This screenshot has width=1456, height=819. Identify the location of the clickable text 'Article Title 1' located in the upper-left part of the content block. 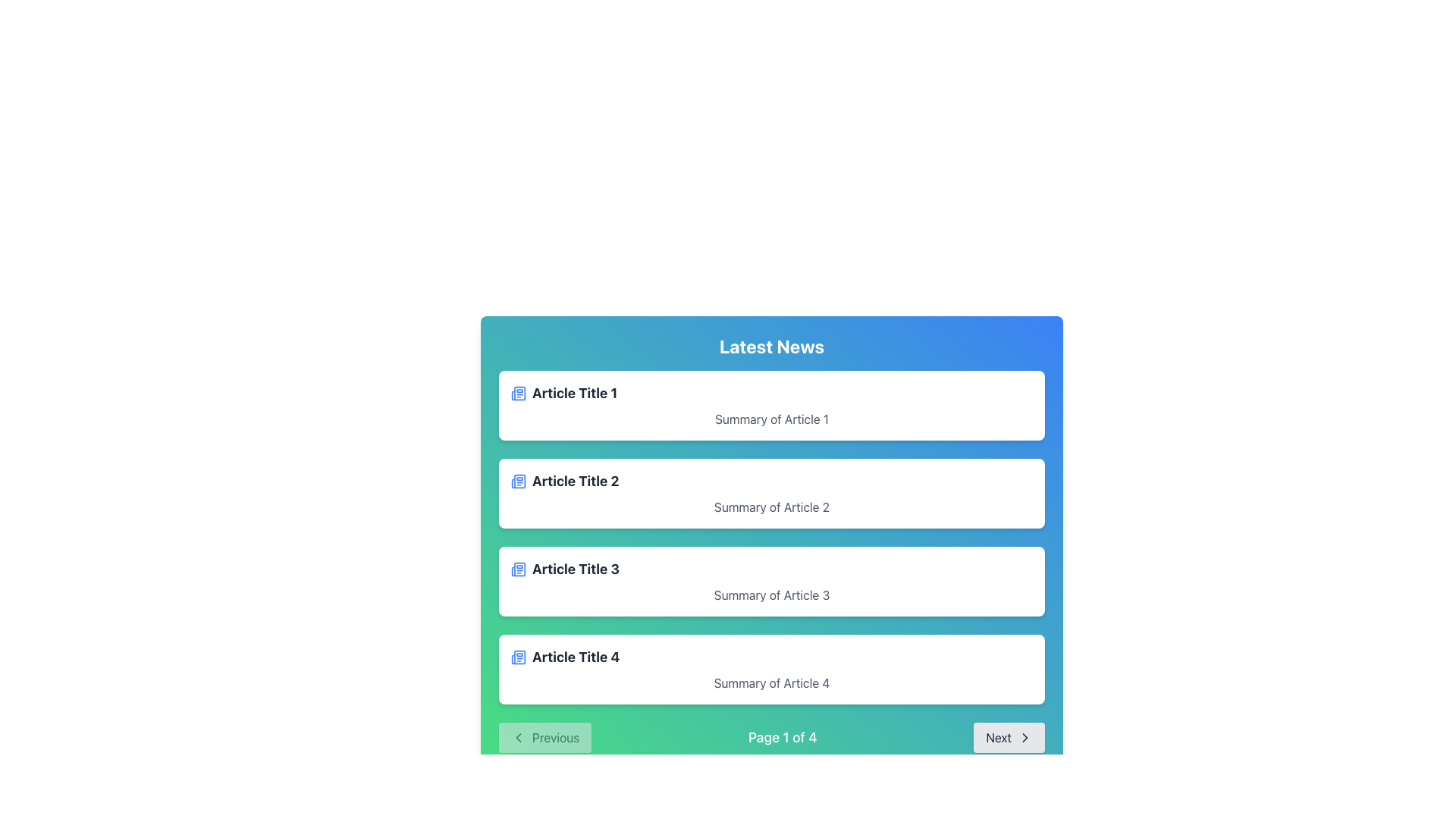
(574, 393).